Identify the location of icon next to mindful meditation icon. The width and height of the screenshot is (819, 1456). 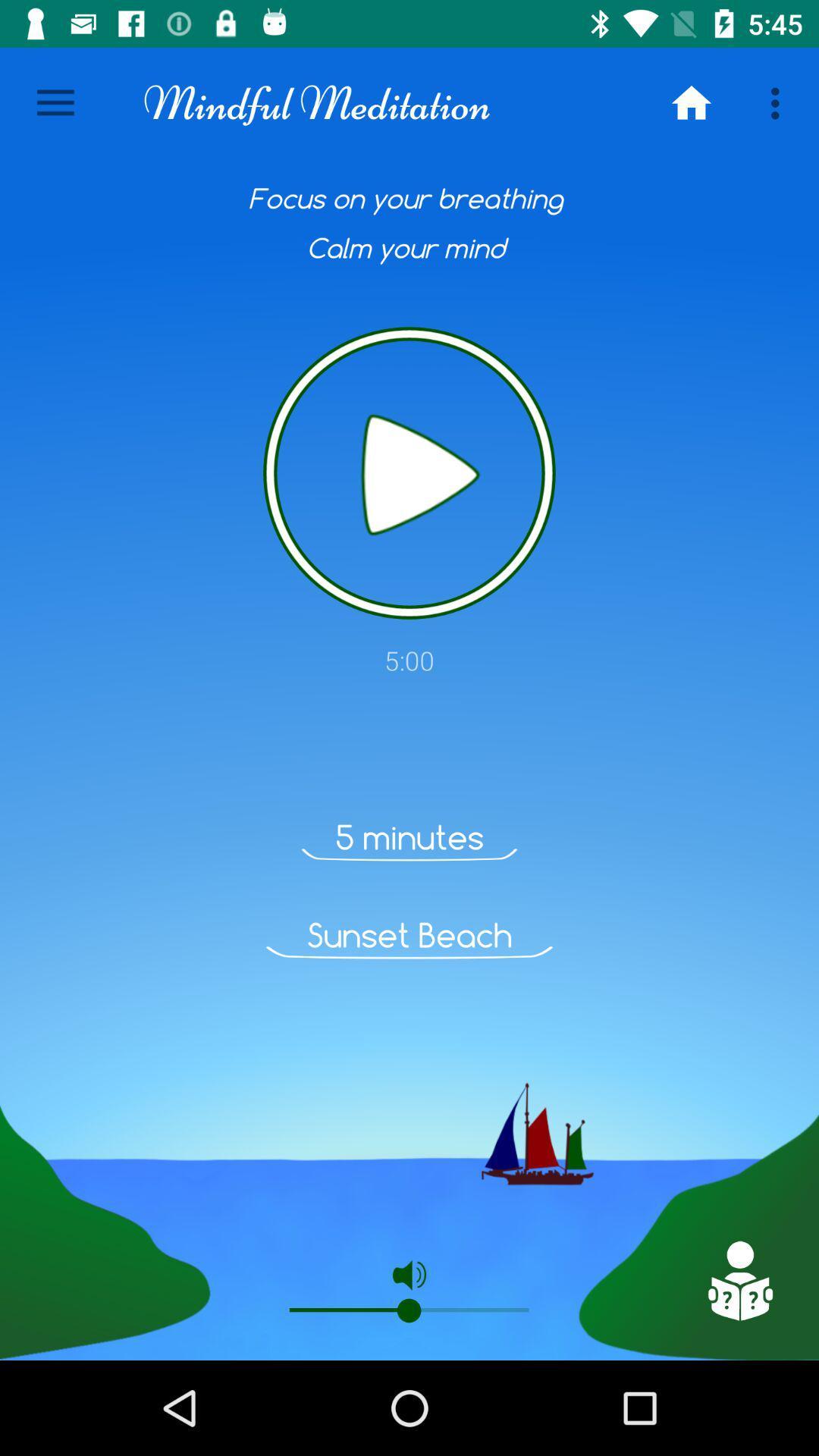
(691, 102).